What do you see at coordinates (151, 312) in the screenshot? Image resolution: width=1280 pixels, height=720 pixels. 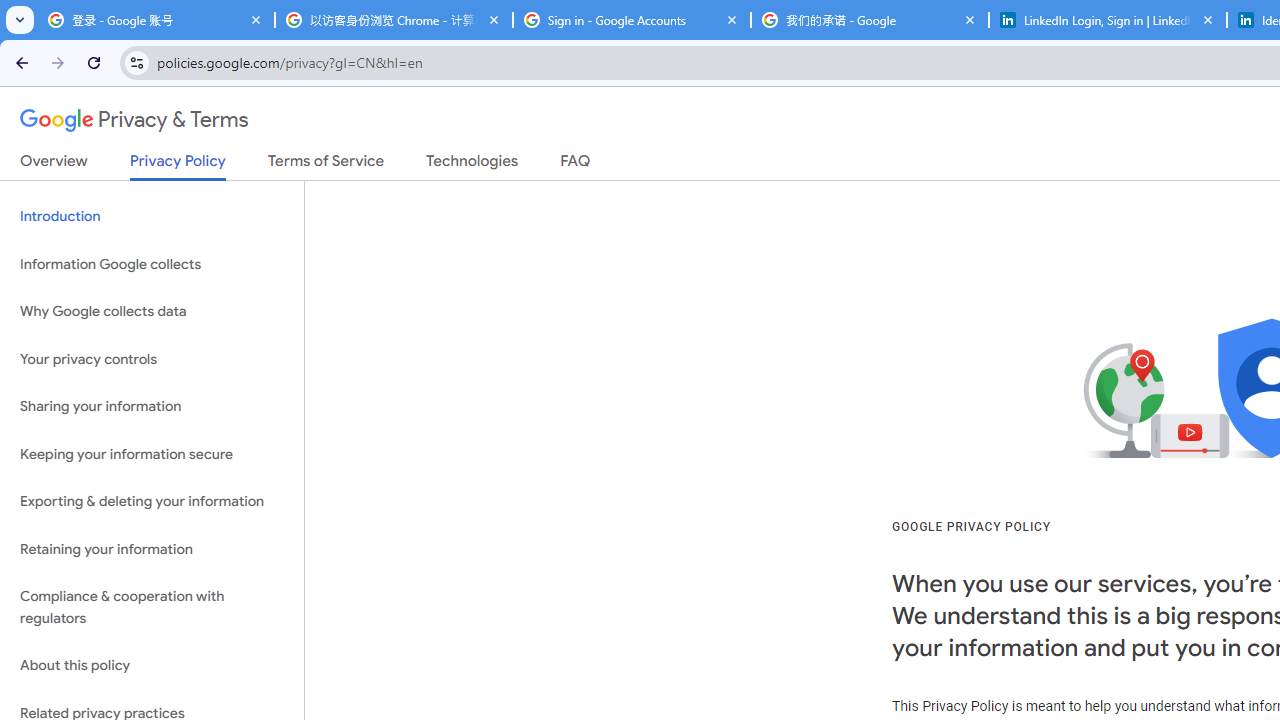 I see `'Why Google collects data'` at bounding box center [151, 312].